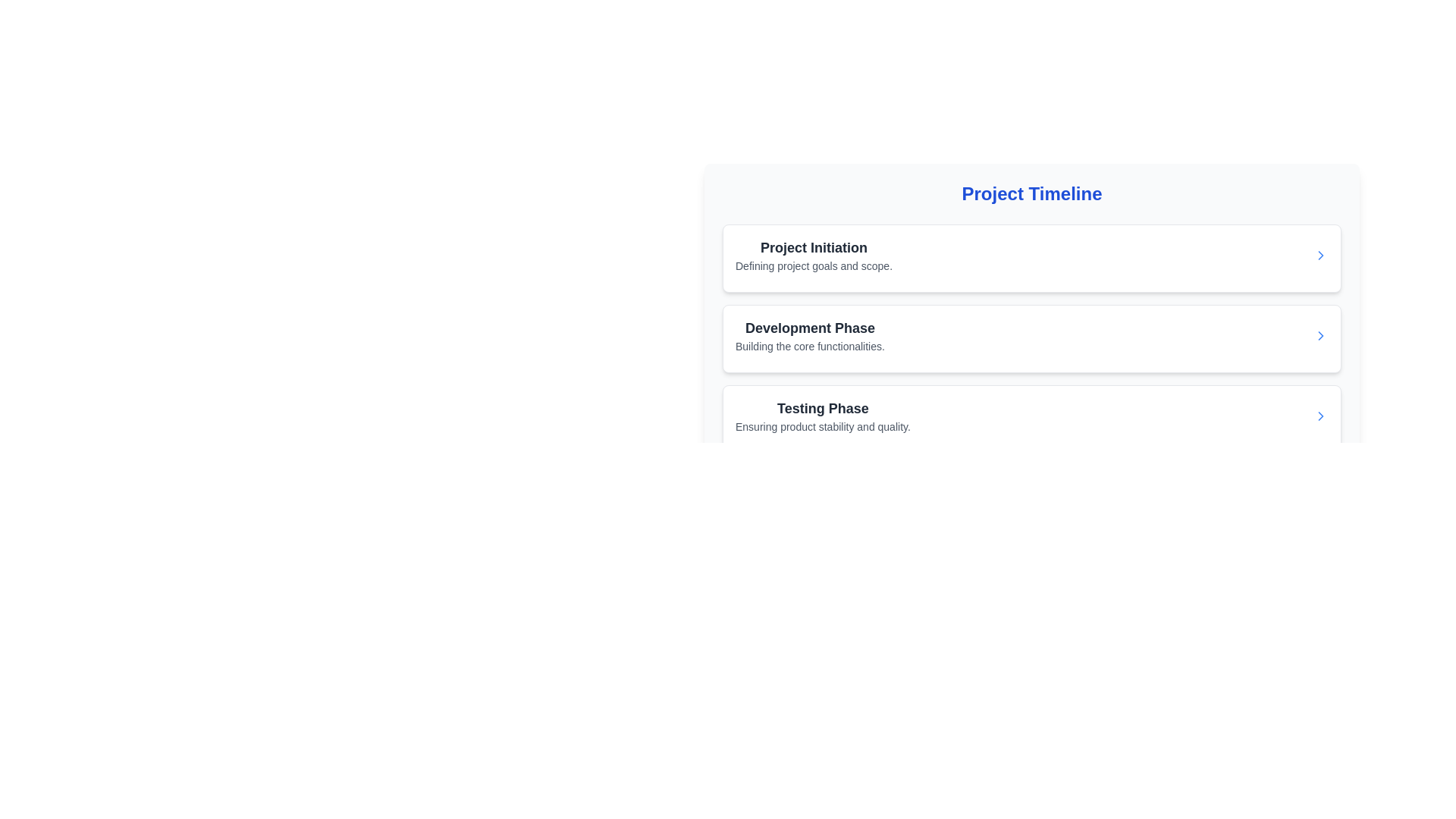 This screenshot has height=819, width=1456. What do you see at coordinates (1320, 335) in the screenshot?
I see `the forward action icon located at the end of the second list item in the vertical sequence, indicating interactivity` at bounding box center [1320, 335].